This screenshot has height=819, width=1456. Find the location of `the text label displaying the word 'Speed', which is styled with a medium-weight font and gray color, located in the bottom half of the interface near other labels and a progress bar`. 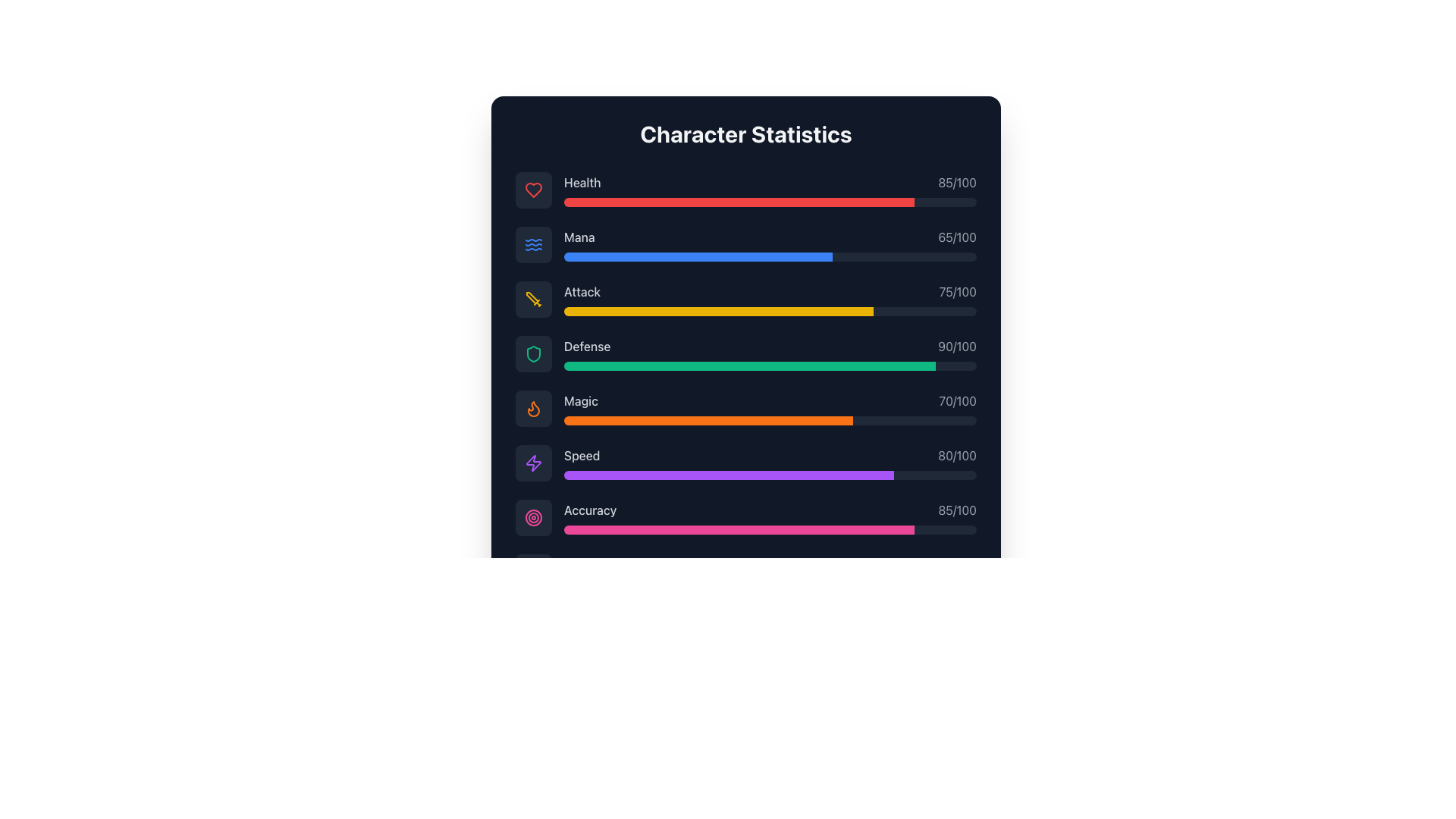

the text label displaying the word 'Speed', which is styled with a medium-weight font and gray color, located in the bottom half of the interface near other labels and a progress bar is located at coordinates (581, 455).